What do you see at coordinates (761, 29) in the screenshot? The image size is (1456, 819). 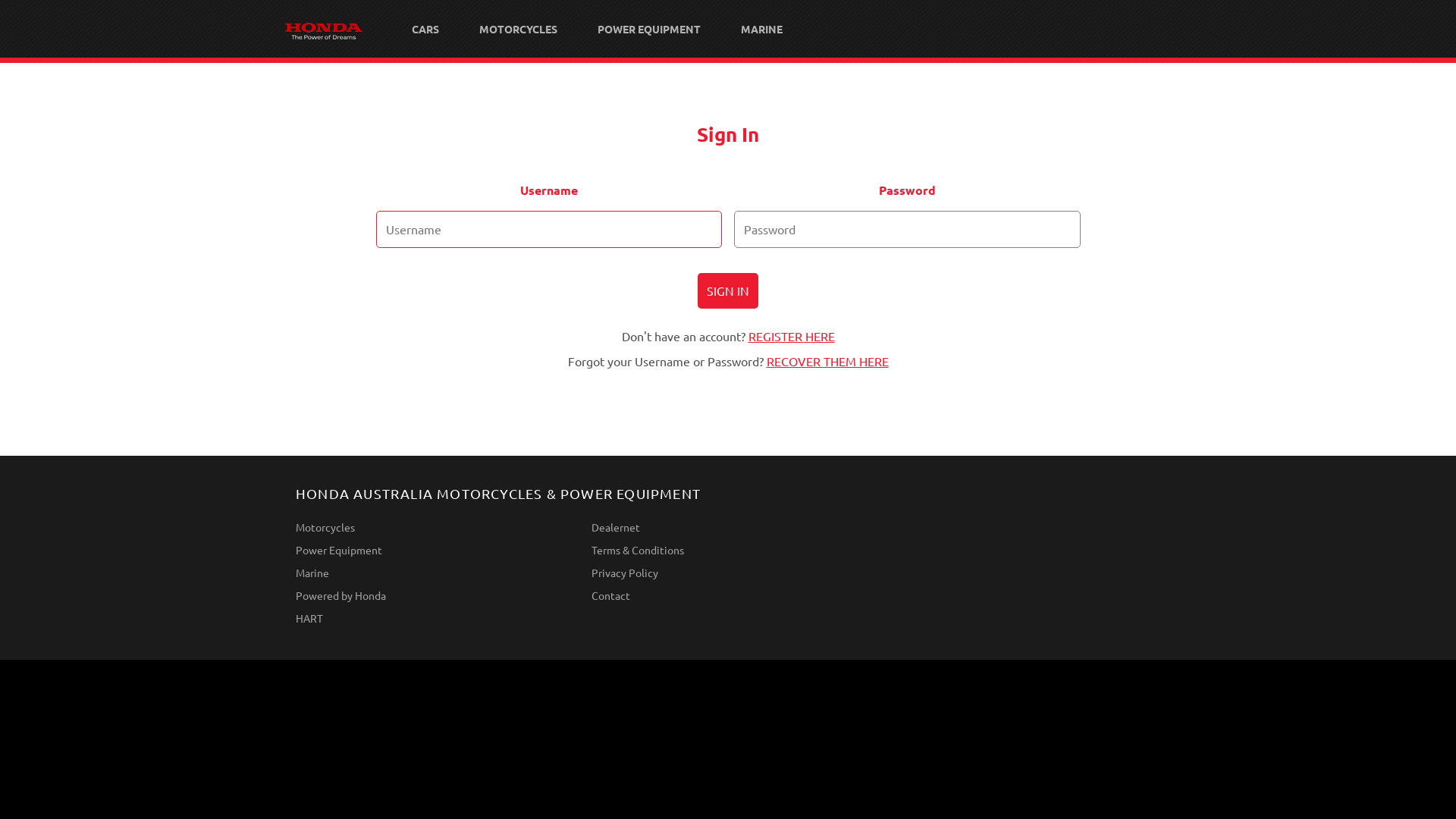 I see `'MARINE'` at bounding box center [761, 29].